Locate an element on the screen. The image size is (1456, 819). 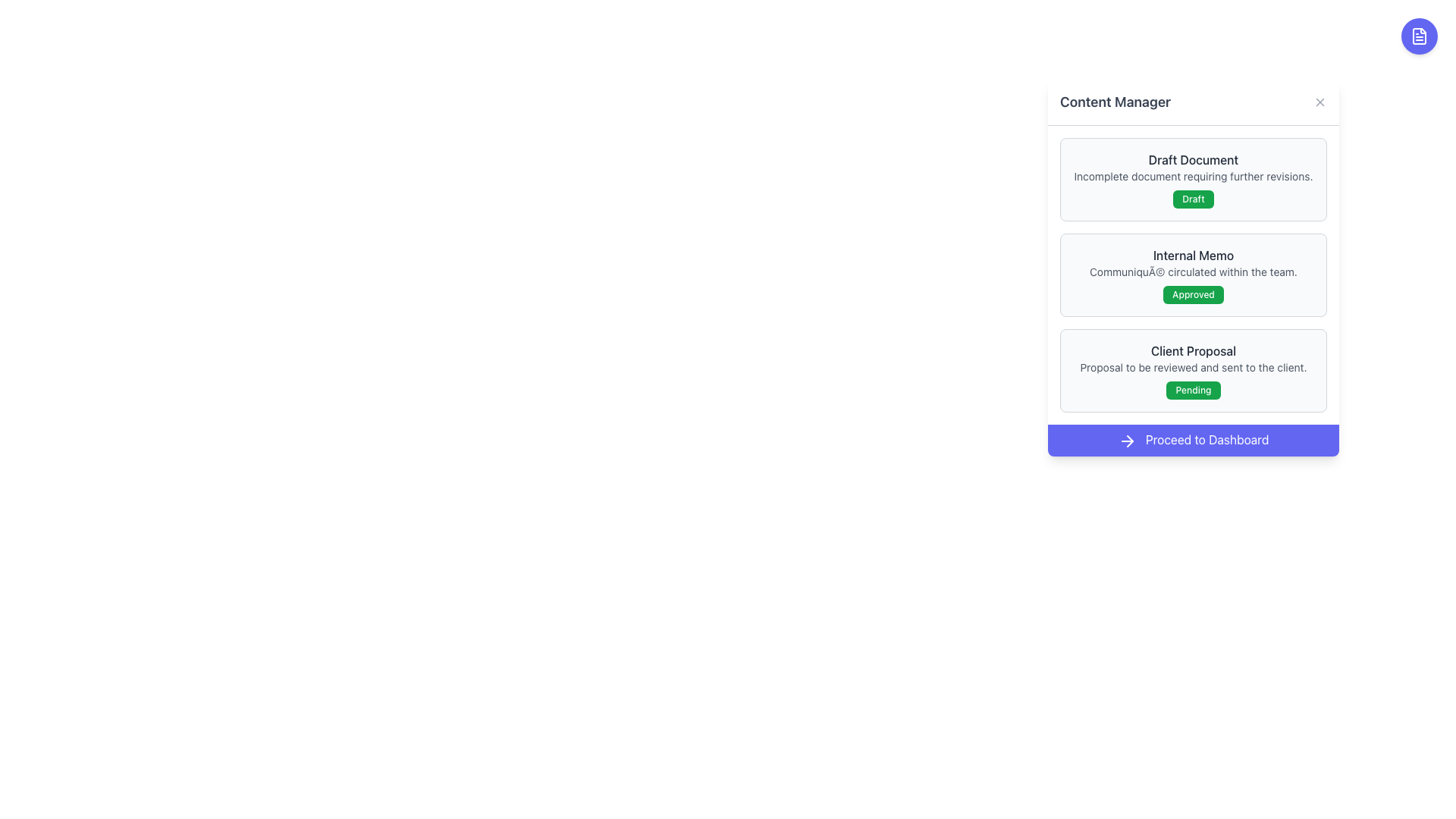
the close icon located in the top-right corner of the 'Content Manager' card is located at coordinates (1319, 102).